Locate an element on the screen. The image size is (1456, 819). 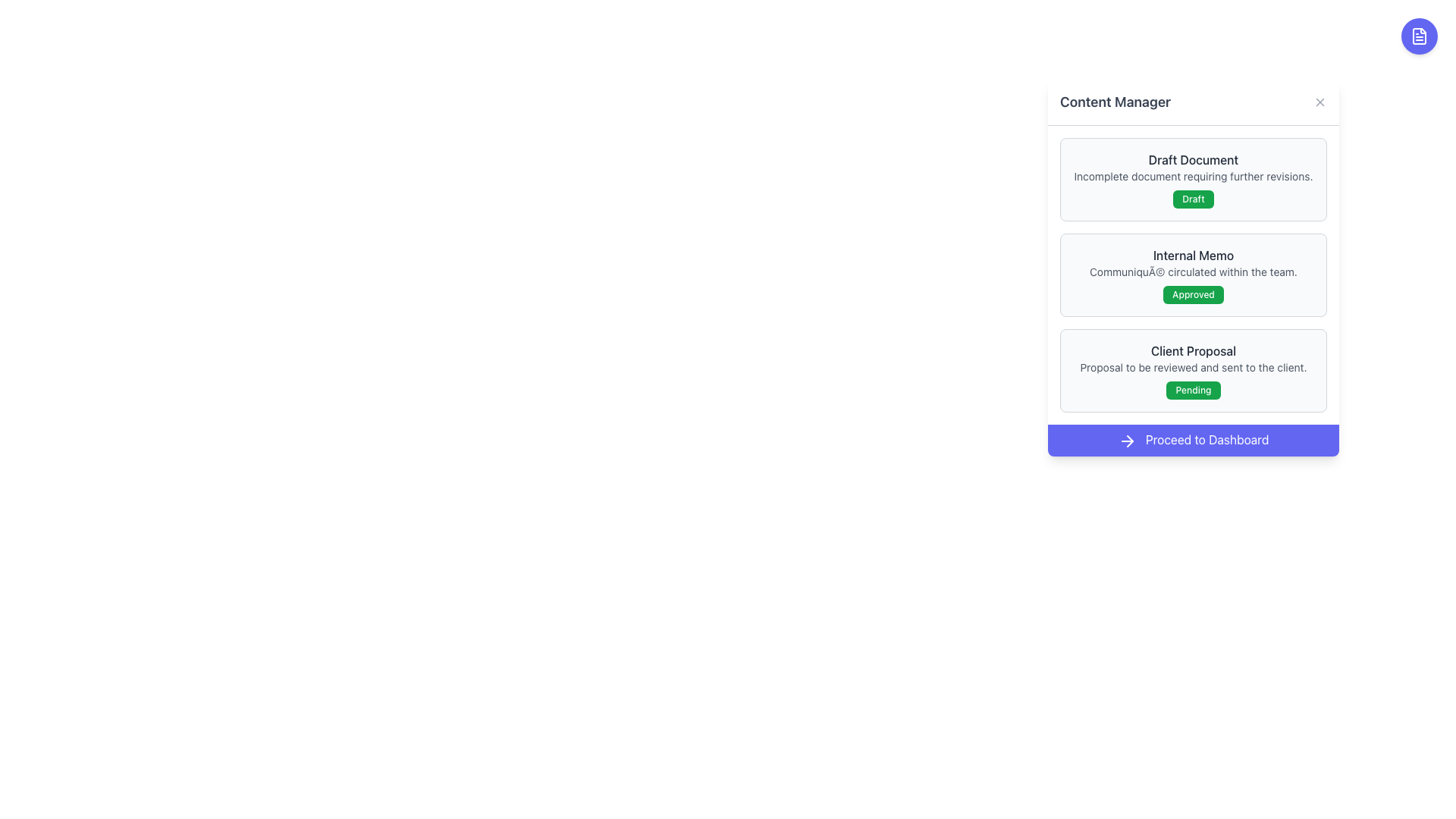
the close icon located in the top-right corner of the 'Content Manager' card is located at coordinates (1319, 102).